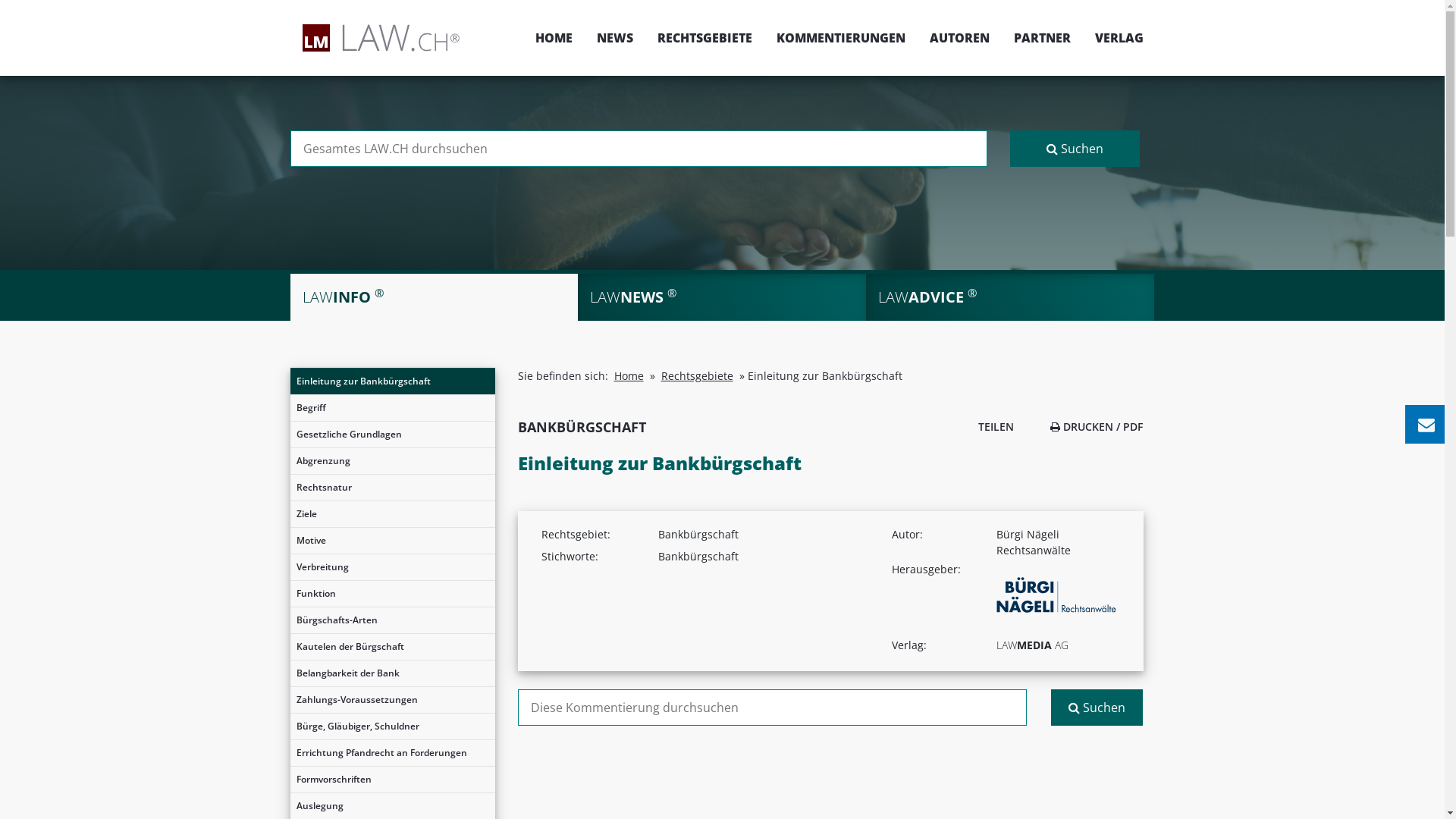 This screenshot has height=819, width=1456. What do you see at coordinates (392, 513) in the screenshot?
I see `'Ziele'` at bounding box center [392, 513].